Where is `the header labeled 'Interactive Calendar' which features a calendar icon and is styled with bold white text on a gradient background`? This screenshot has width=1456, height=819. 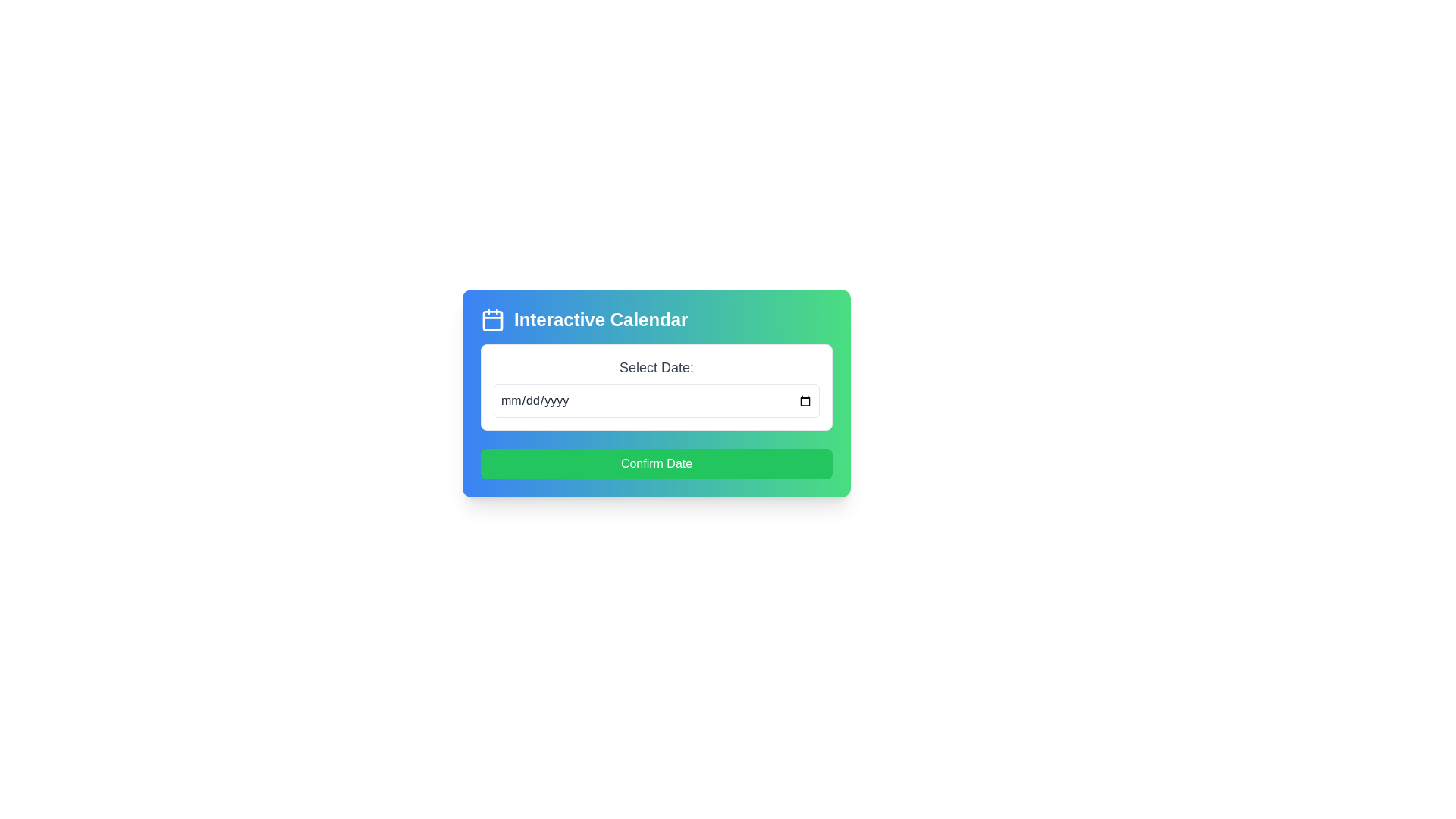
the header labeled 'Interactive Calendar' which features a calendar icon and is styled with bold white text on a gradient background is located at coordinates (656, 318).